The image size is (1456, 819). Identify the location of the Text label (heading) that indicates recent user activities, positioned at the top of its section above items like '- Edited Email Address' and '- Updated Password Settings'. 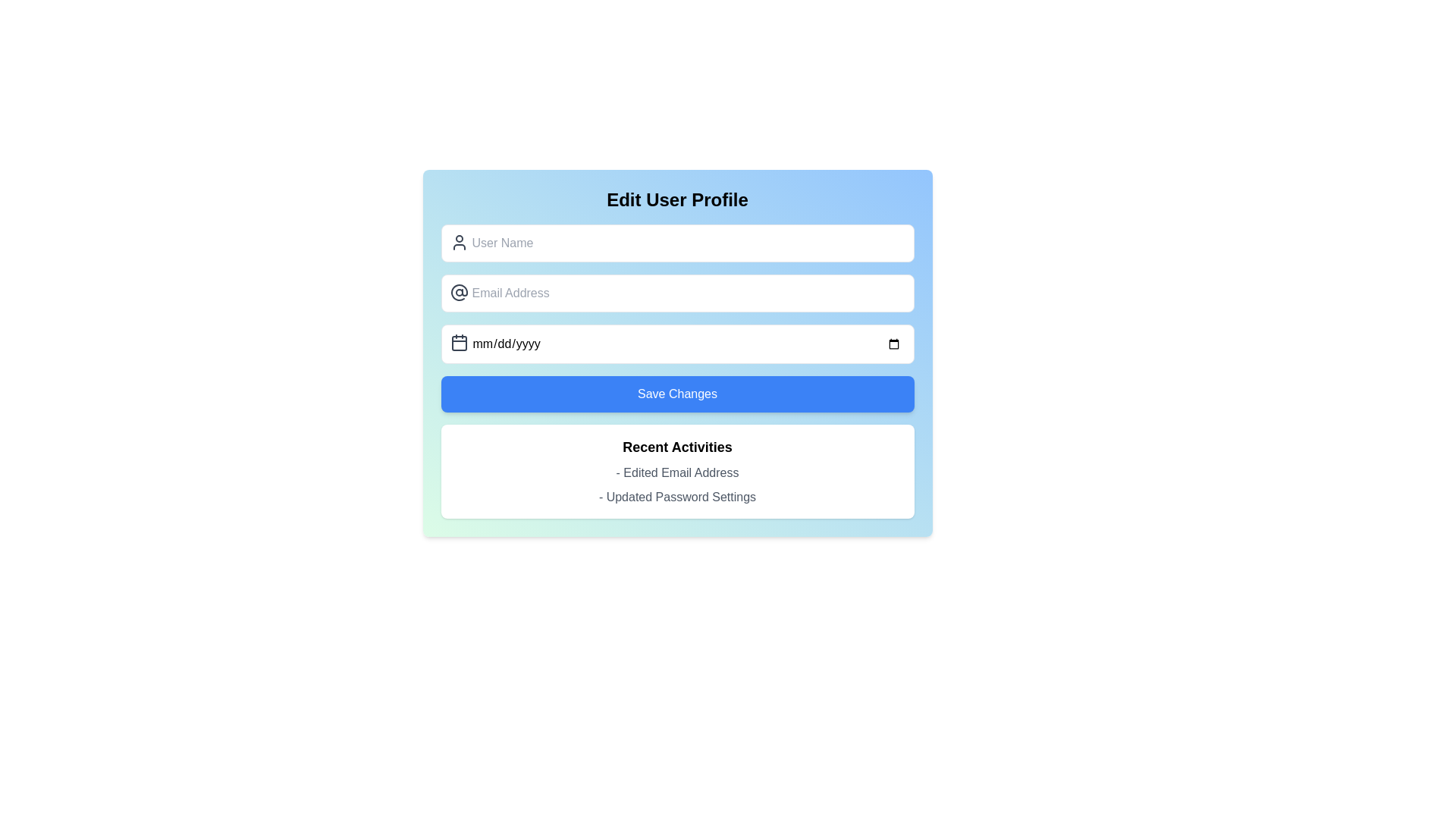
(676, 447).